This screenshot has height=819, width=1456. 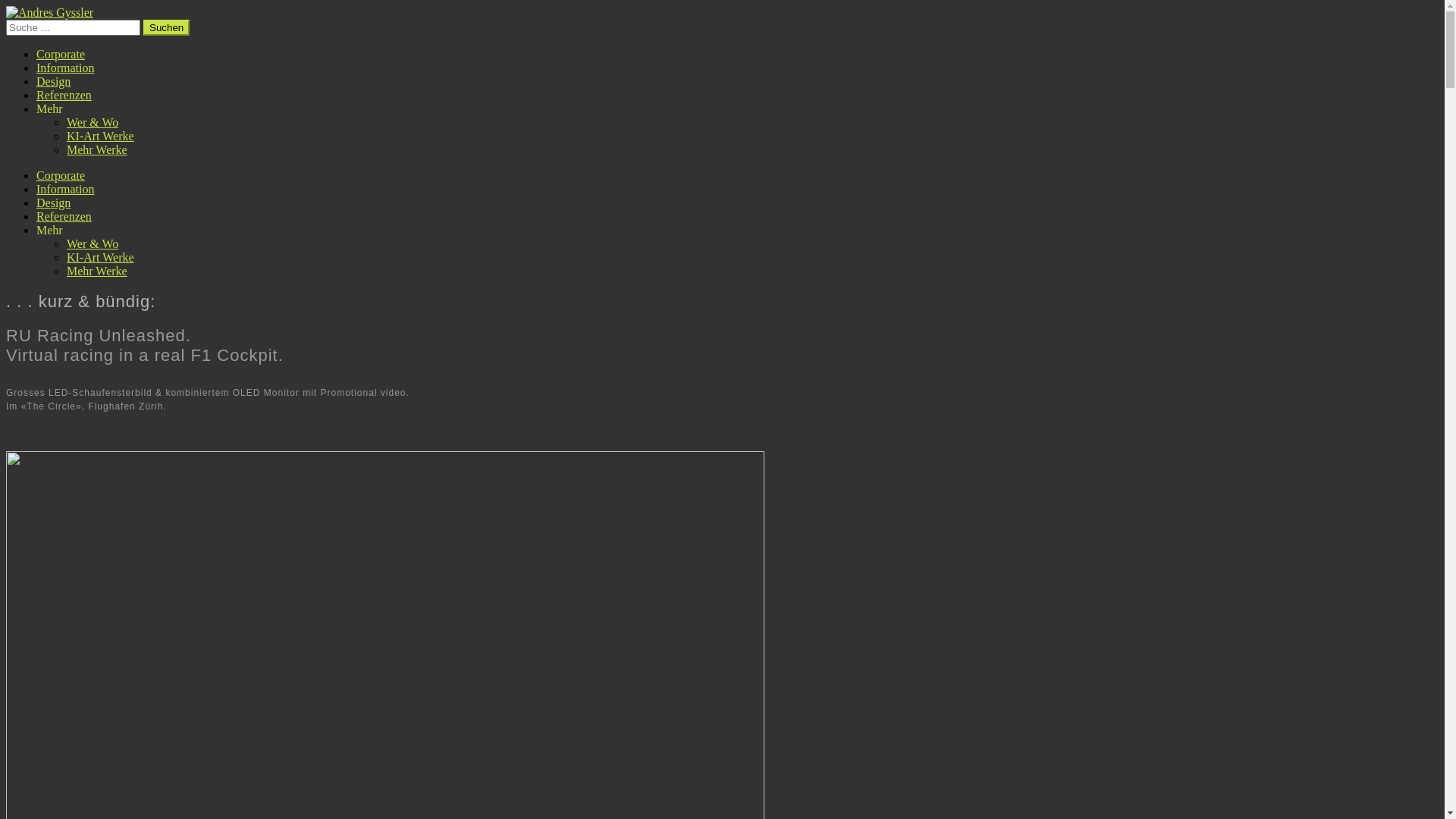 What do you see at coordinates (64, 67) in the screenshot?
I see `'Information'` at bounding box center [64, 67].